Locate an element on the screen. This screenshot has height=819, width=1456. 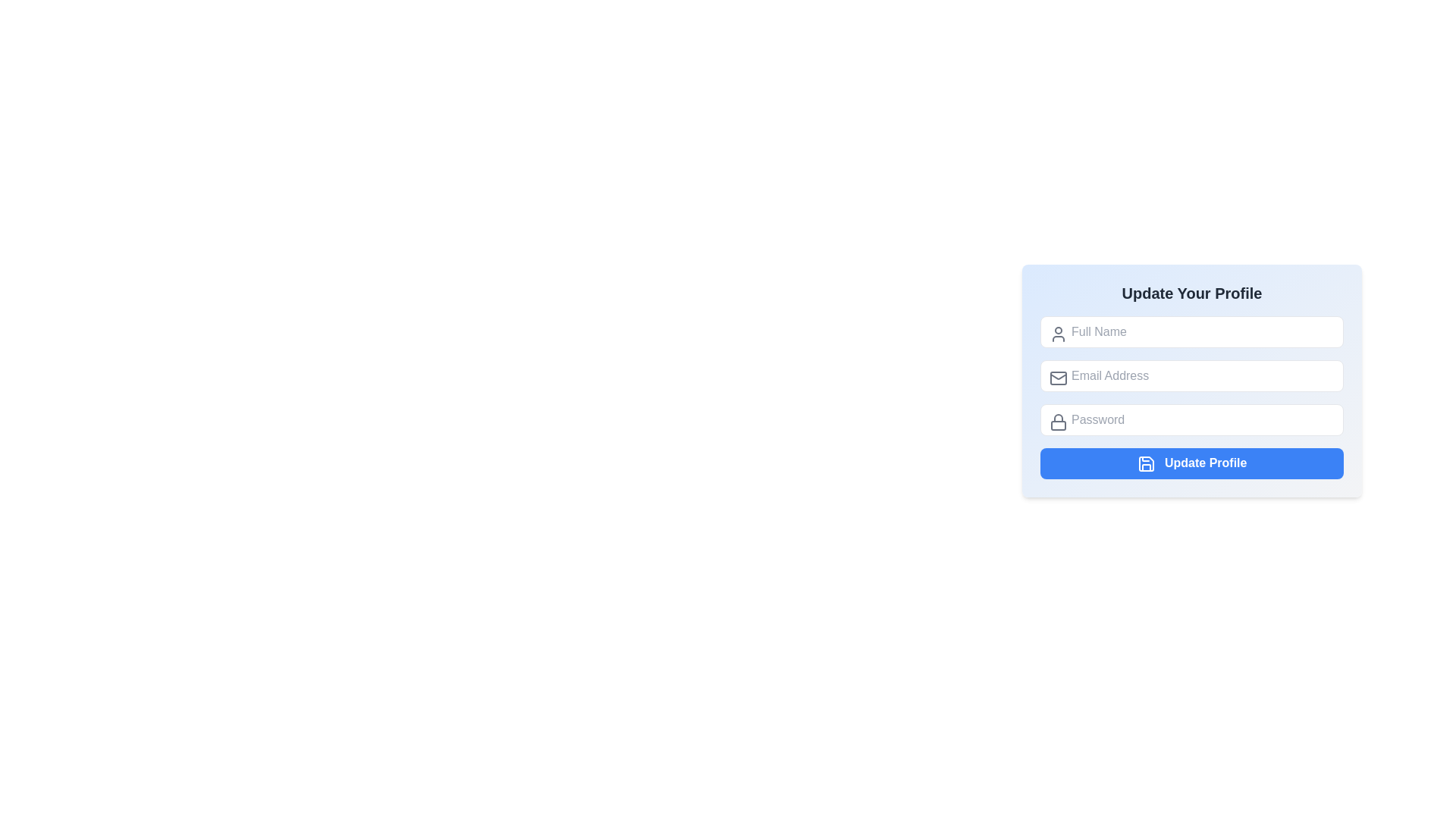
the decorative envelope icon that indicates the 'Email Address' input field within the profile update form is located at coordinates (1058, 377).